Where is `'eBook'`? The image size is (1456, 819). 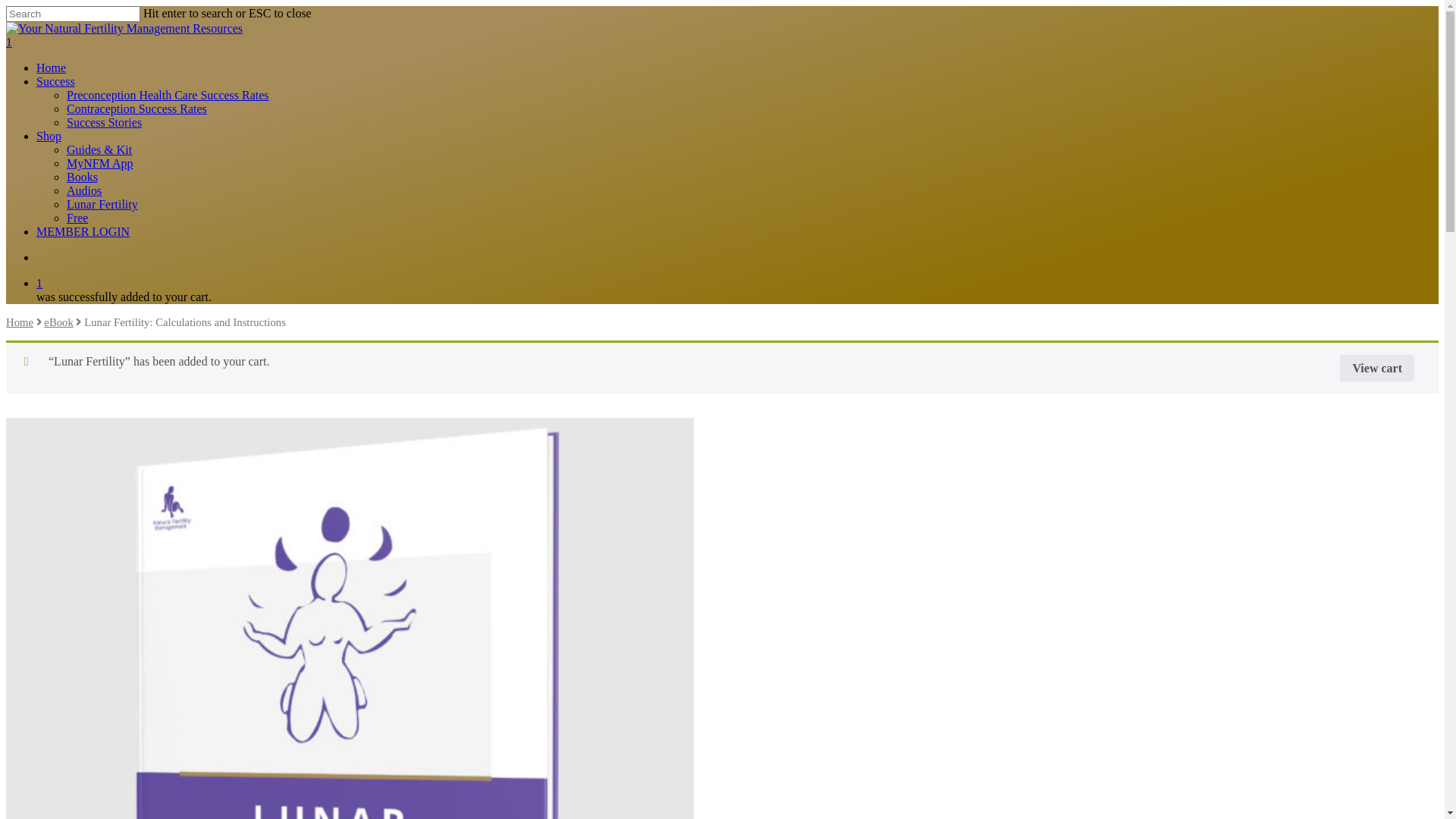
'eBook' is located at coordinates (43, 321).